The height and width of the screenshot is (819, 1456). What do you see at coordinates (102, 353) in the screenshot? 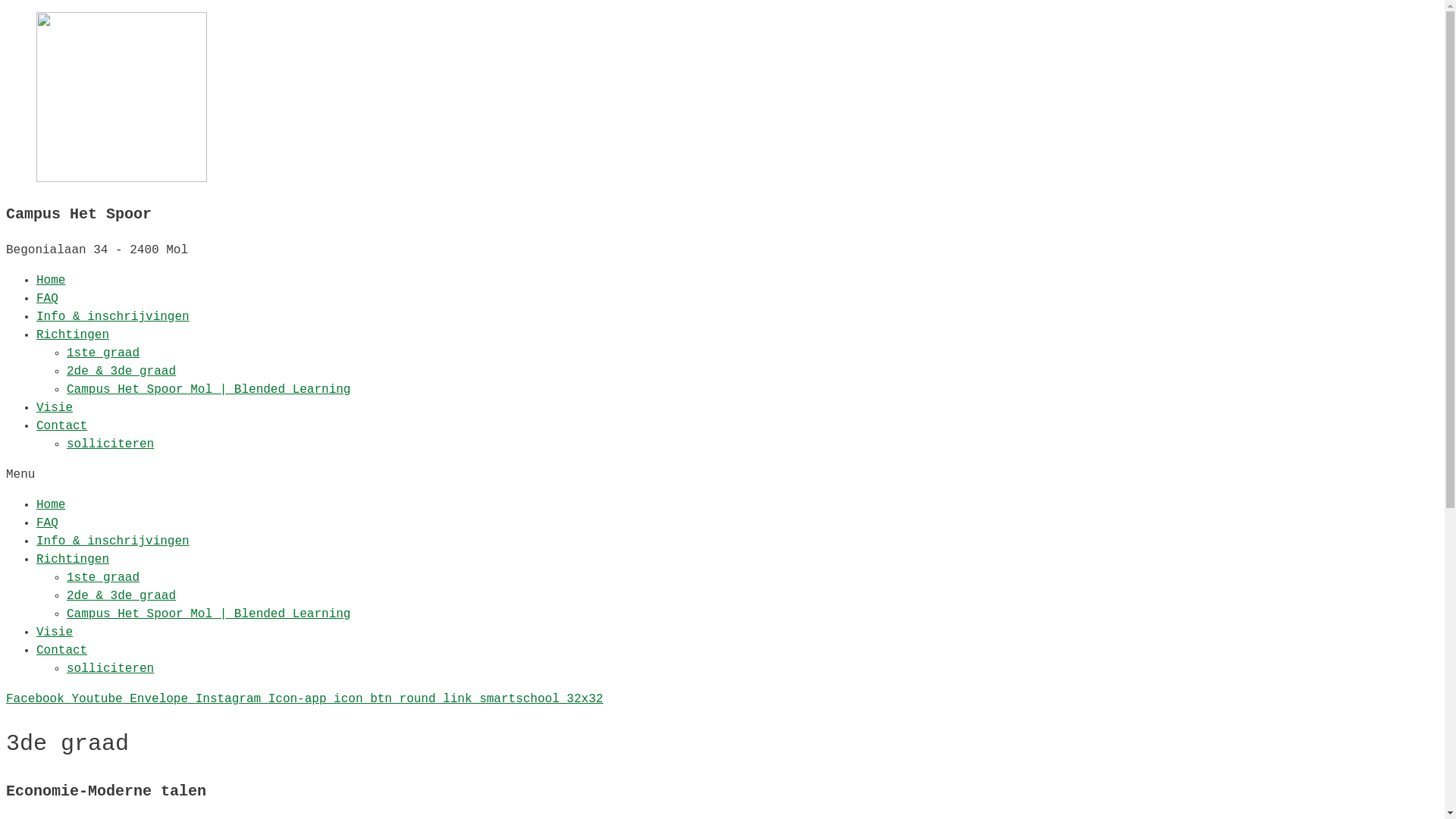
I see `'1ste graad'` at bounding box center [102, 353].